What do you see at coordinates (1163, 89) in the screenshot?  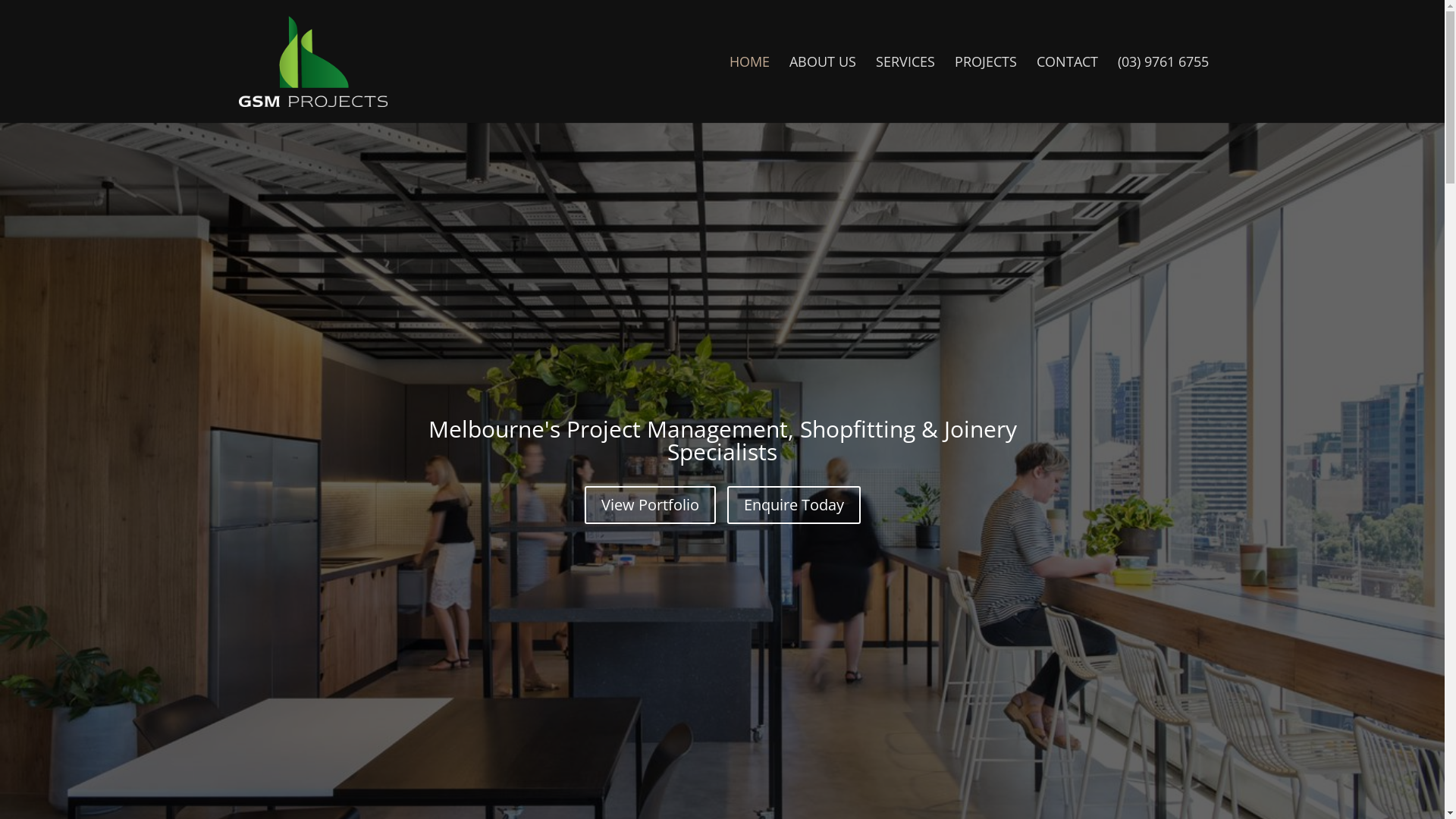 I see `'(03) 9761 6755'` at bounding box center [1163, 89].